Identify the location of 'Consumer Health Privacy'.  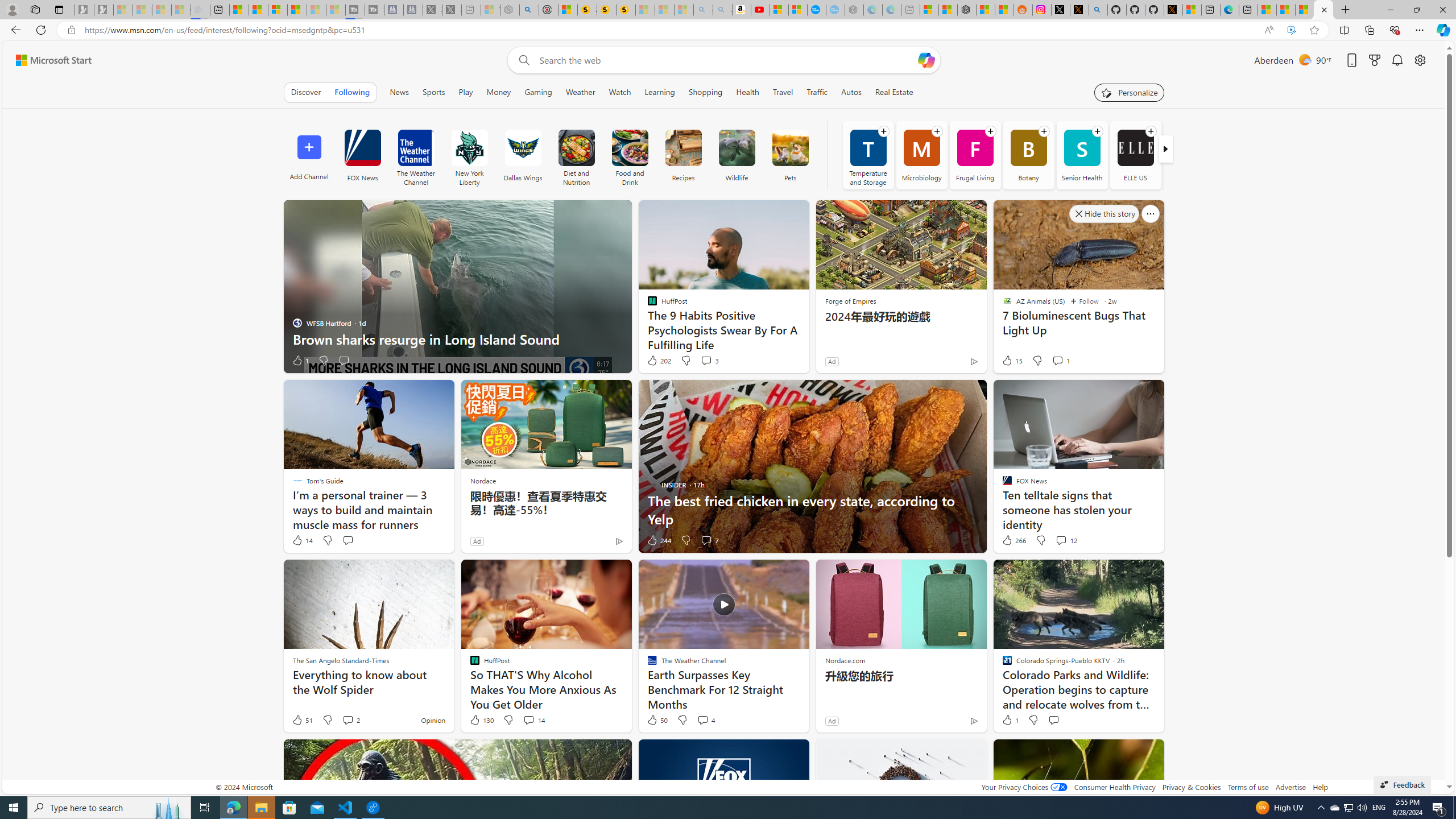
(1115, 786).